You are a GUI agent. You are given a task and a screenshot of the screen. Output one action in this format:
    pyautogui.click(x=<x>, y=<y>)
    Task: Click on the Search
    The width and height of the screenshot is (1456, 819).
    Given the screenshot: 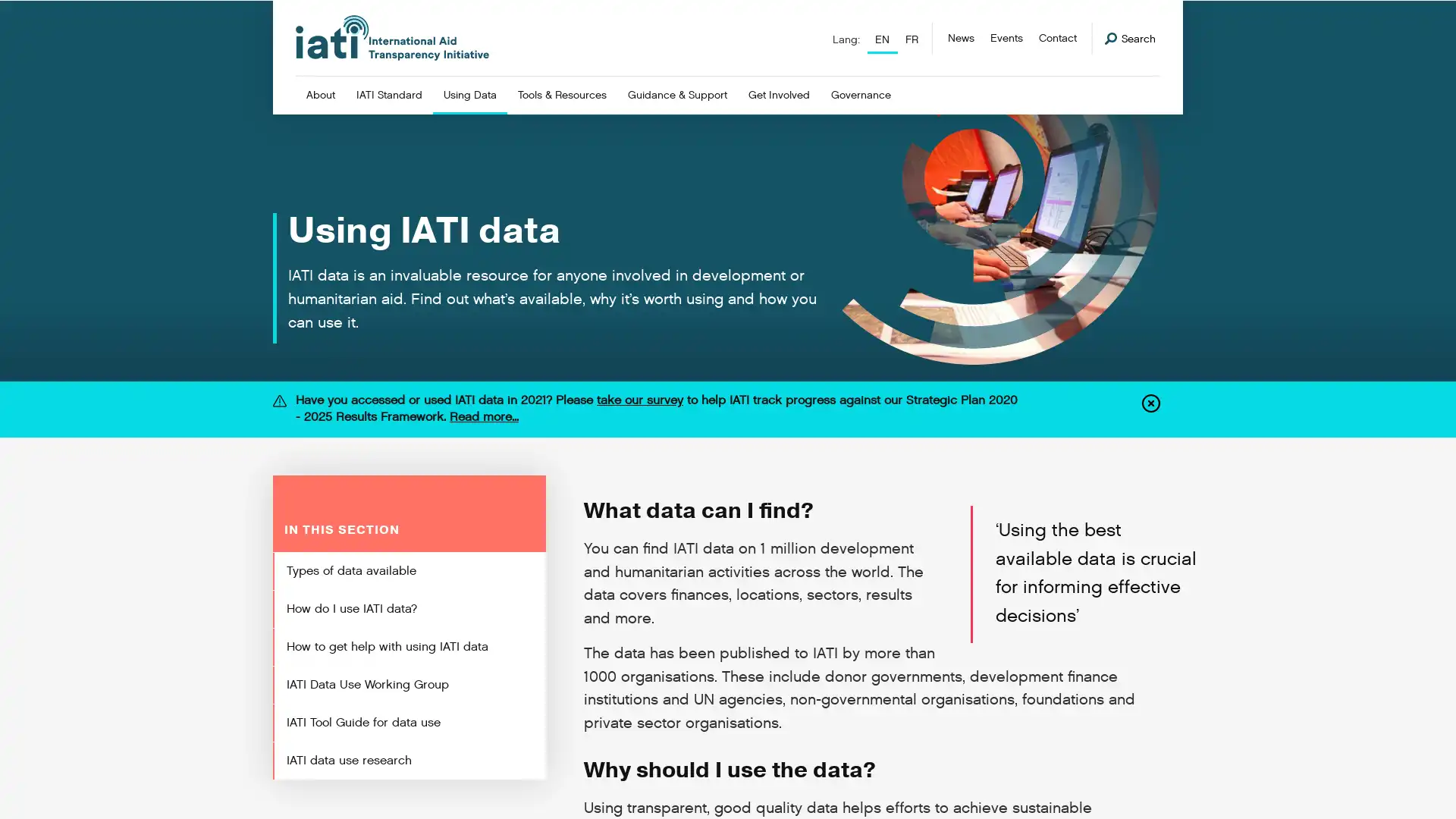 What is the action you would take?
    pyautogui.click(x=1130, y=38)
    